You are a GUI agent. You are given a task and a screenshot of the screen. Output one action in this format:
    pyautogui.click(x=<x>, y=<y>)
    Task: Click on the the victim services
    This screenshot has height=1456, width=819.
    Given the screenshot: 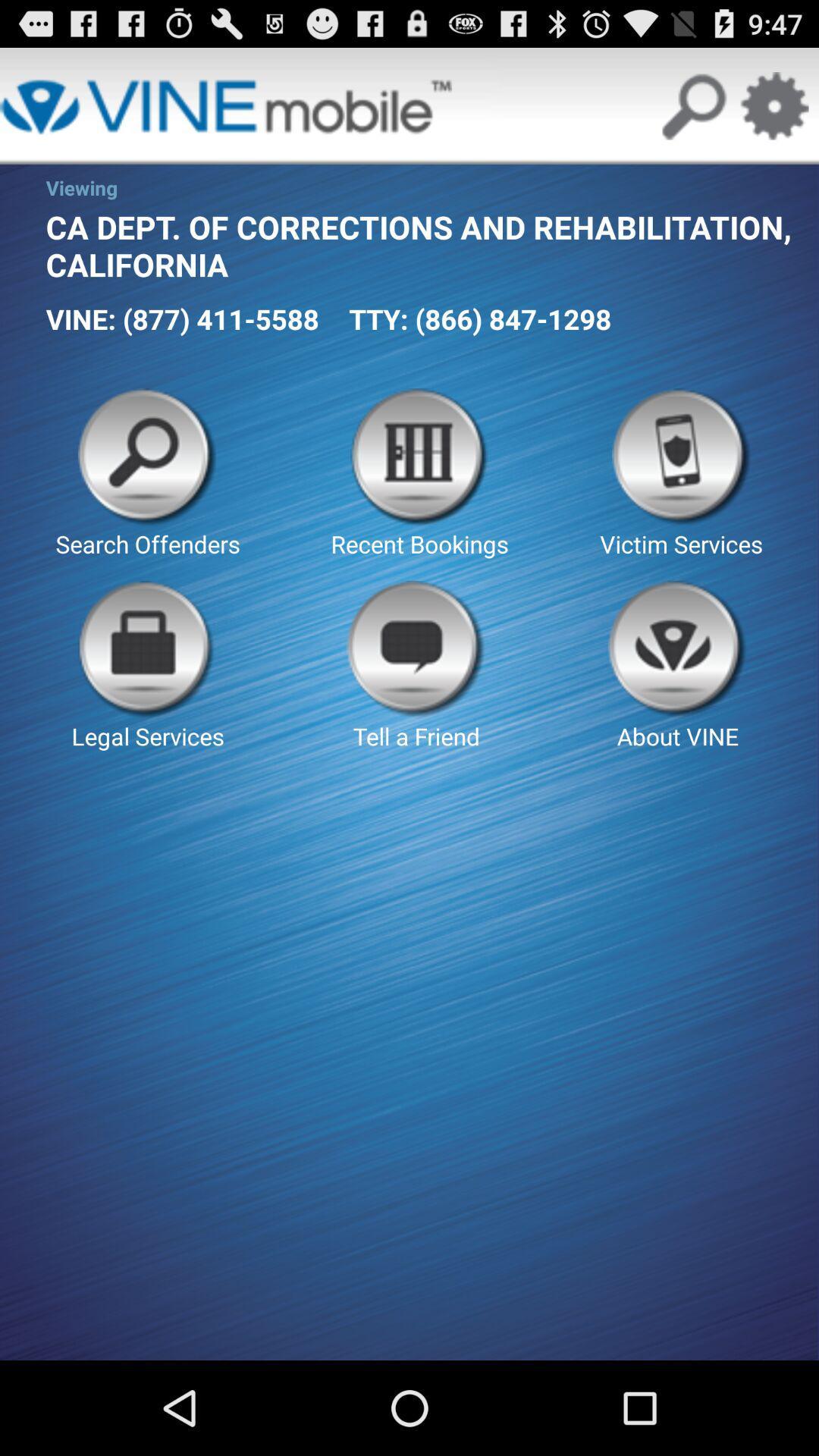 What is the action you would take?
    pyautogui.click(x=680, y=473)
    